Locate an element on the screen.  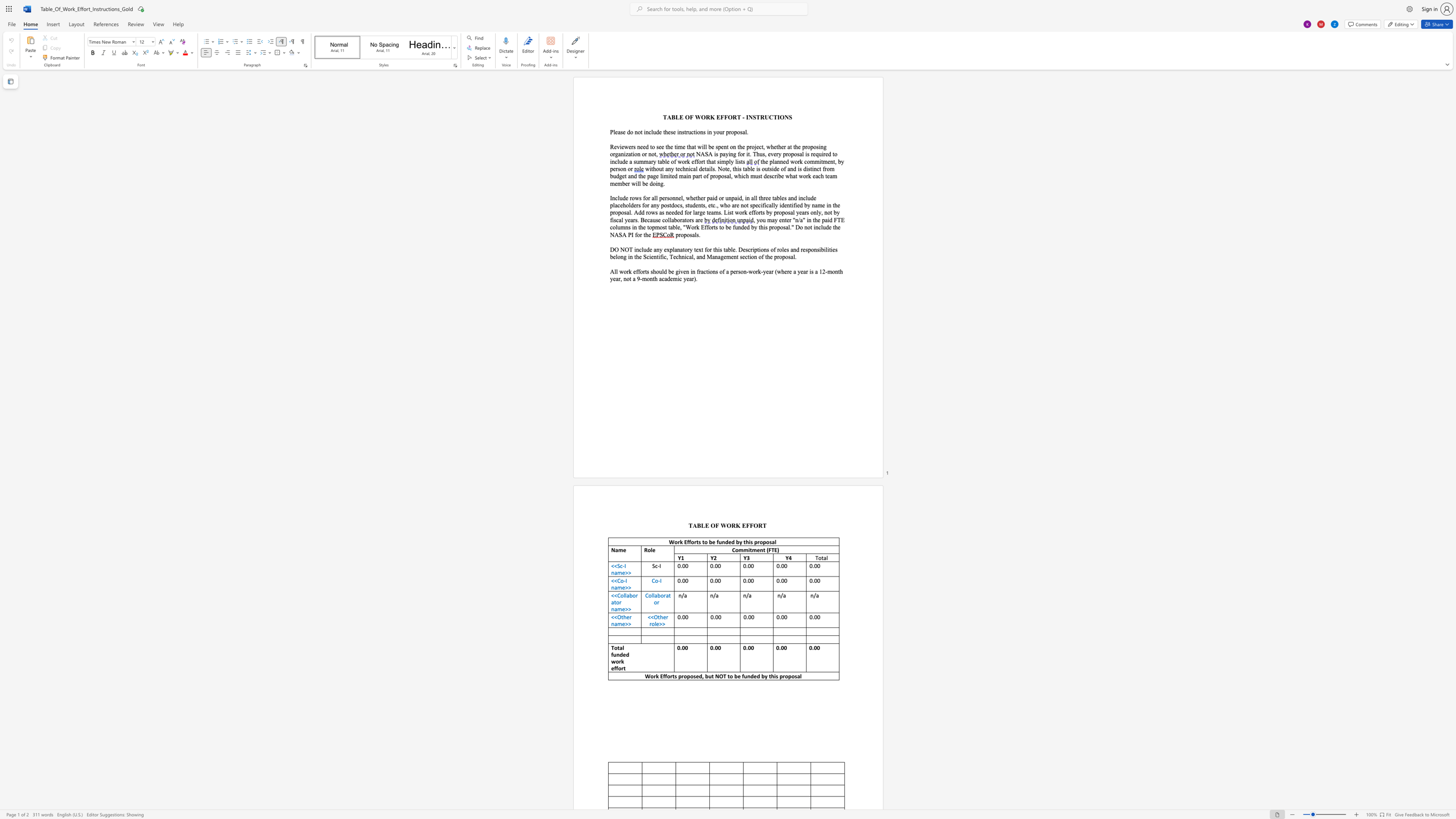
the 1th character "o" in the text is located at coordinates (796, 161).